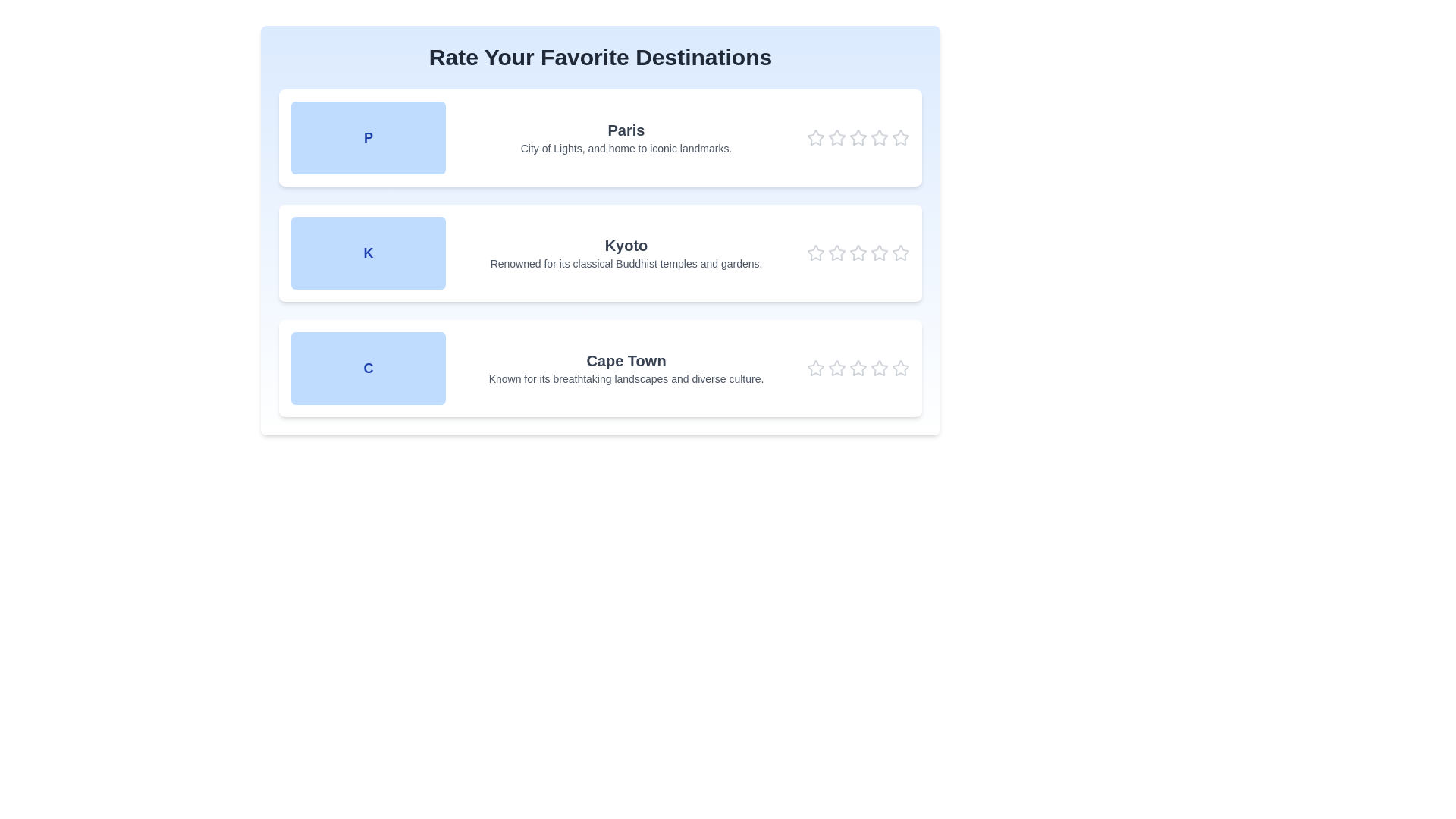 The width and height of the screenshot is (1456, 819). Describe the element at coordinates (368, 369) in the screenshot. I see `the graphical label with a blue background and a bold, uppercase 'C' character, which is positioned at the leftmost part of the card displaying information about Cape Town` at that location.